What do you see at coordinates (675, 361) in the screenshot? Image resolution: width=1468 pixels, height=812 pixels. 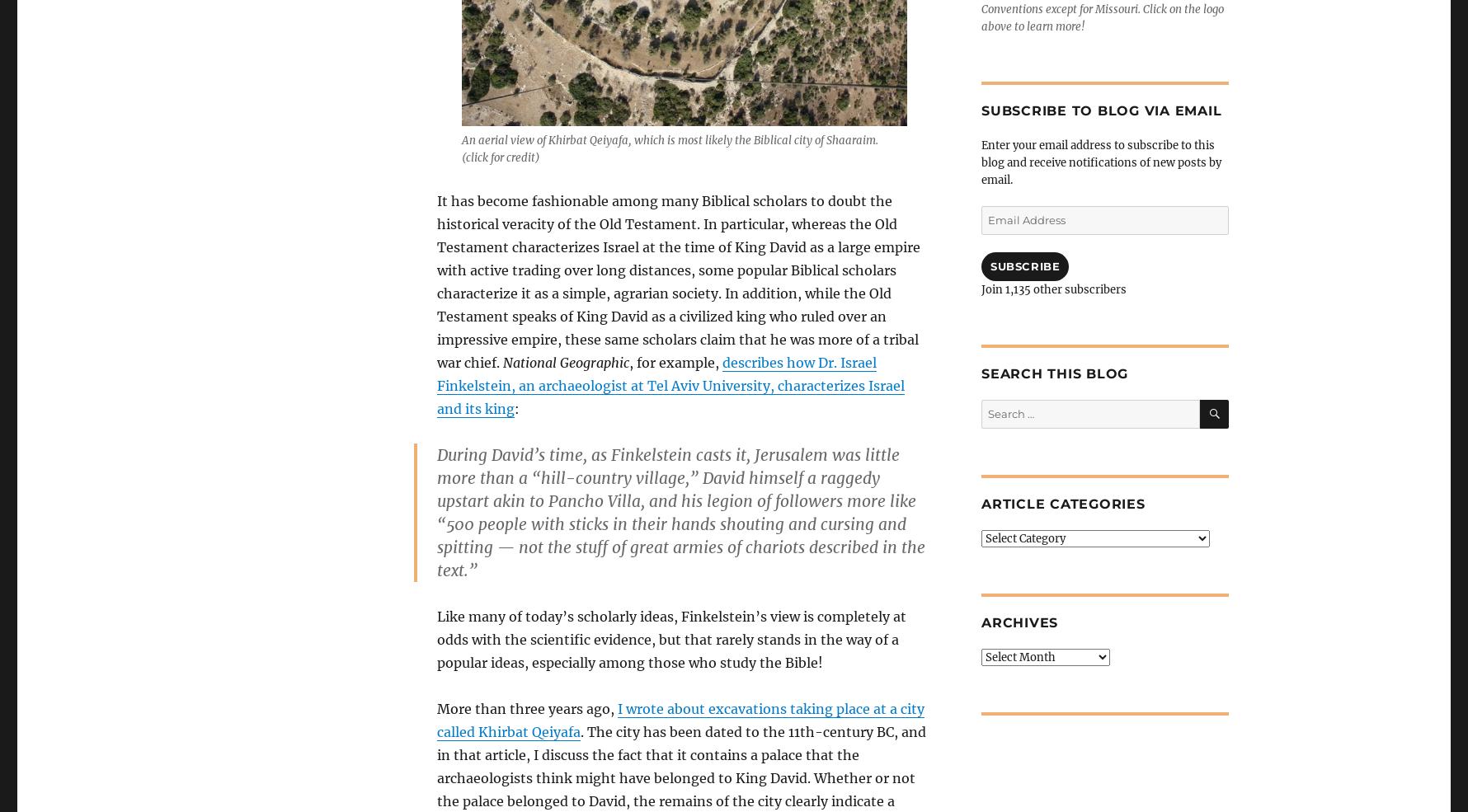 I see `', for example,'` at bounding box center [675, 361].